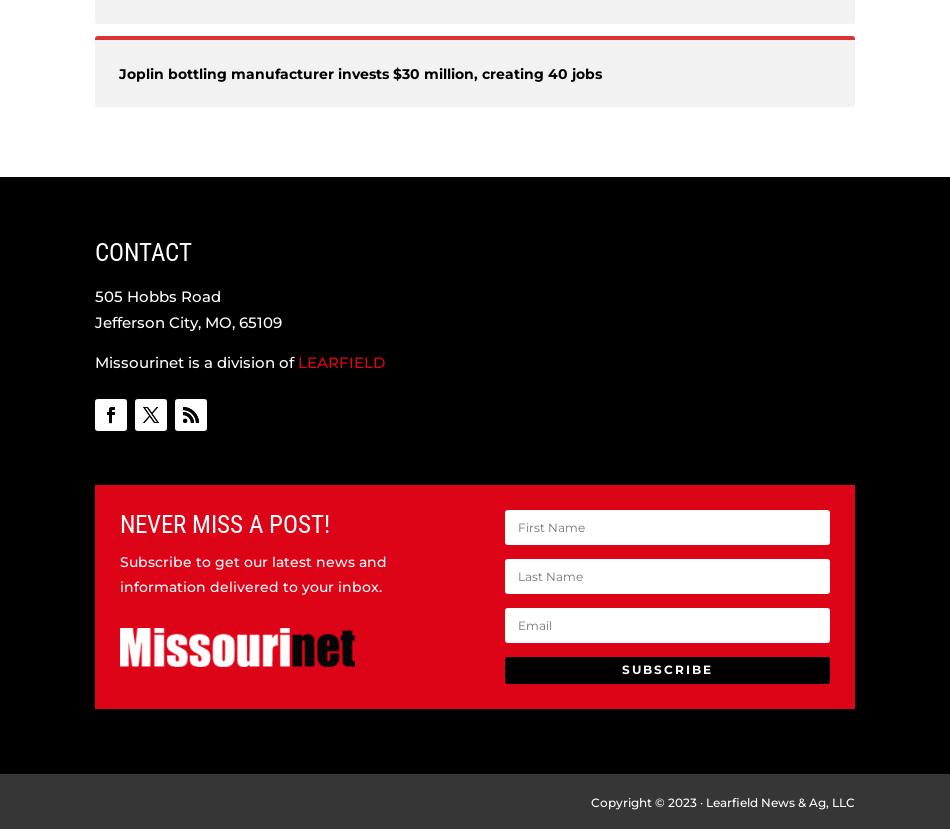 This screenshot has height=829, width=950. I want to click on 'Jefferson City, MO, 65109', so click(188, 321).